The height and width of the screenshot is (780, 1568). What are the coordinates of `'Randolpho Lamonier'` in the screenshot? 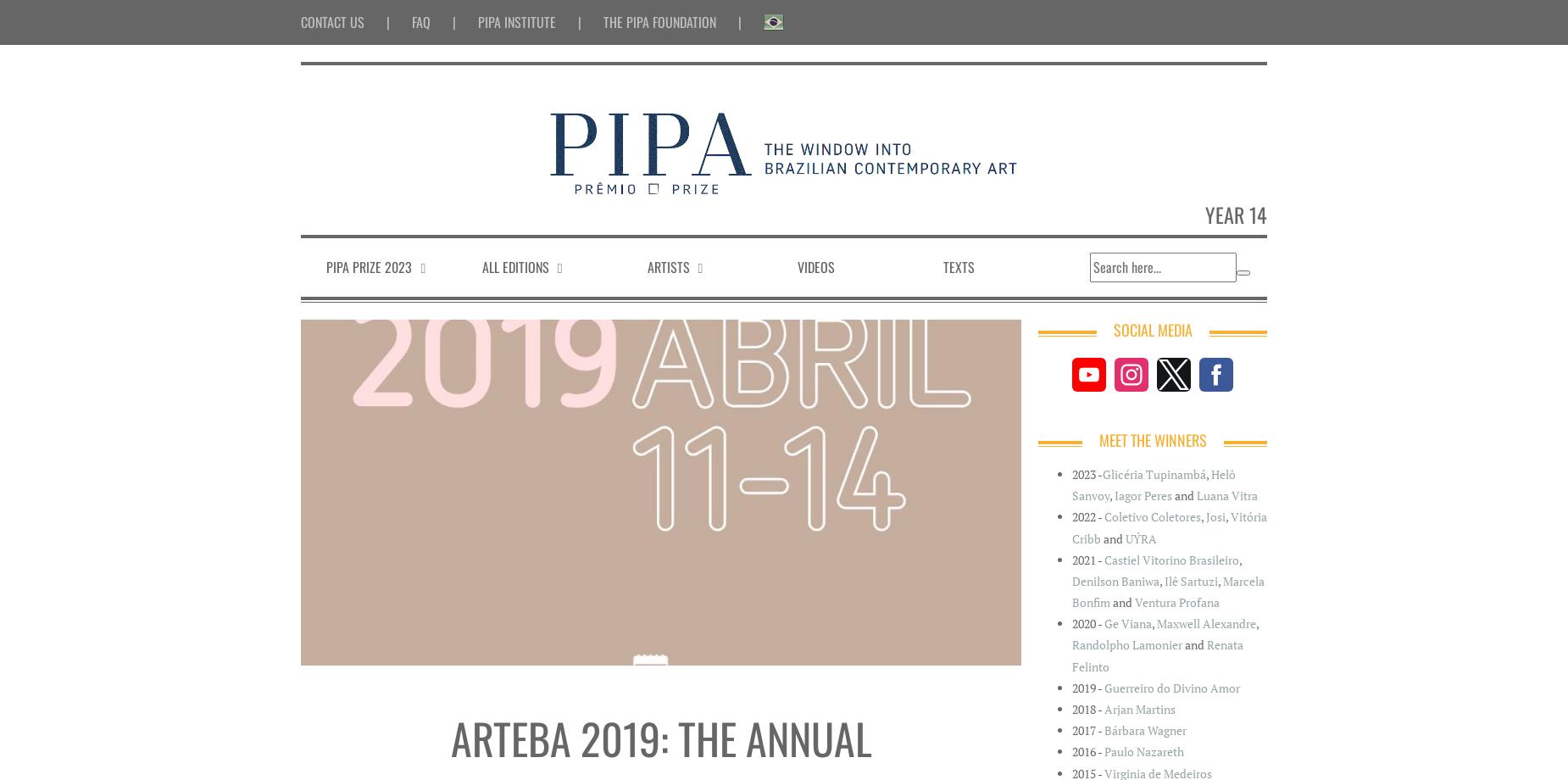 It's located at (1126, 644).